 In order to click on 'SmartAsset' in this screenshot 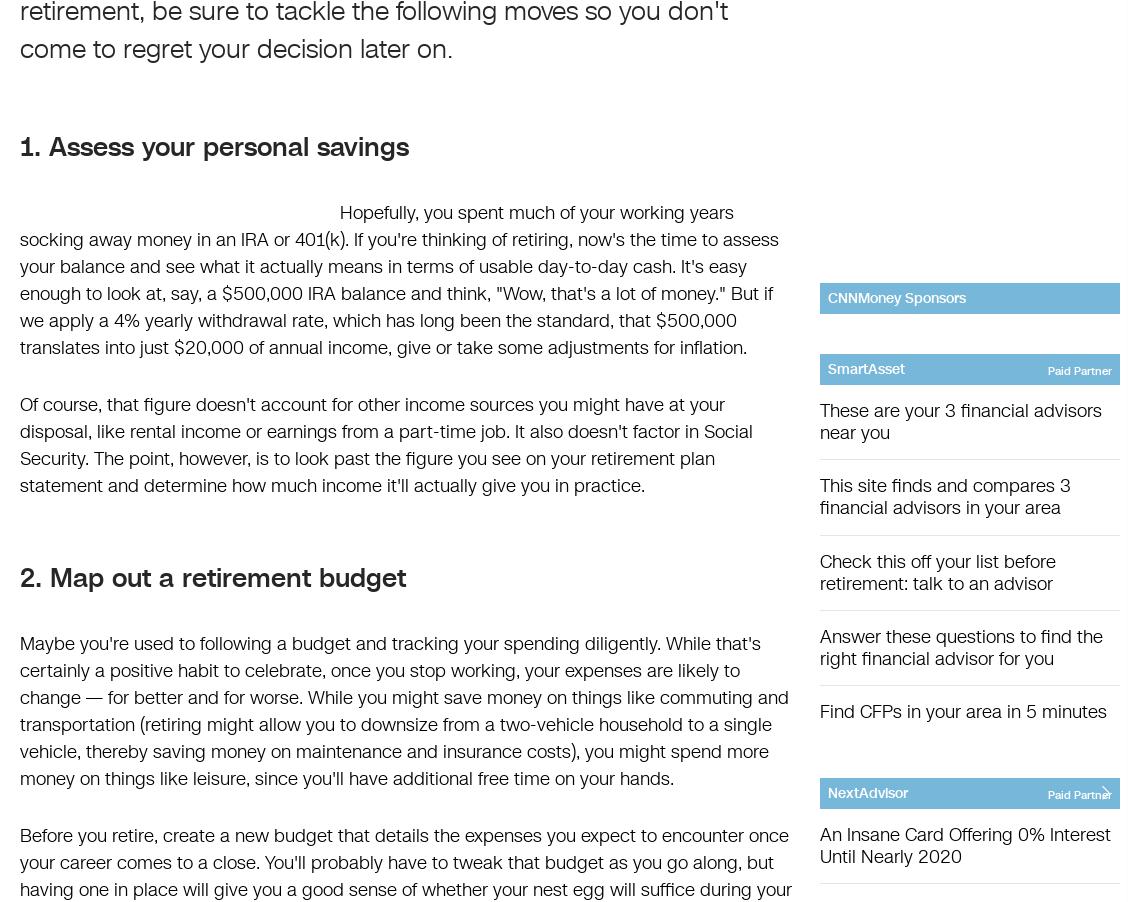, I will do `click(866, 368)`.